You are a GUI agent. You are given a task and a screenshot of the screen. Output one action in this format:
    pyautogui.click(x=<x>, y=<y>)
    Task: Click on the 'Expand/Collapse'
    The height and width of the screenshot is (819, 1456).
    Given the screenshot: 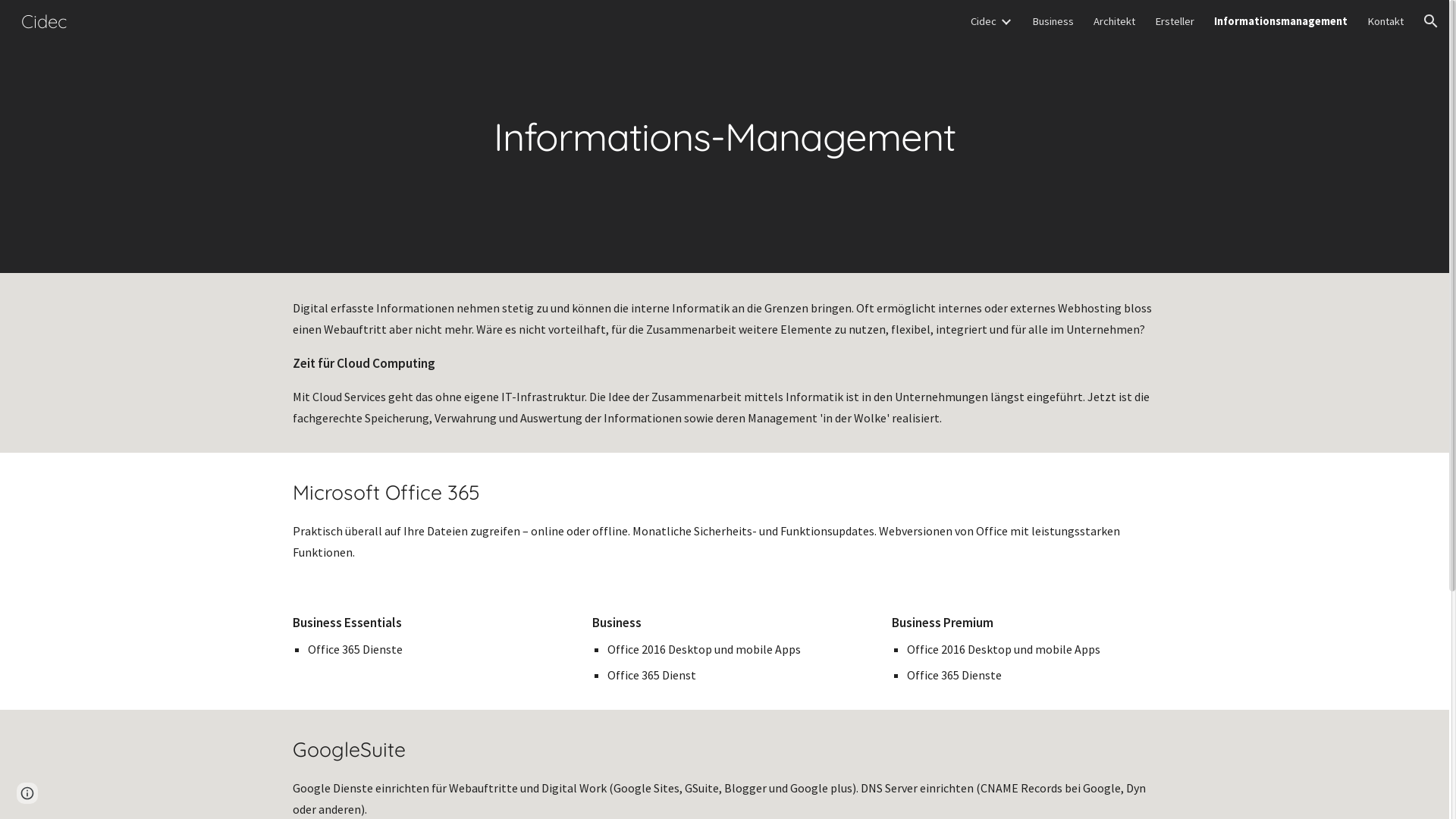 What is the action you would take?
    pyautogui.click(x=1005, y=20)
    